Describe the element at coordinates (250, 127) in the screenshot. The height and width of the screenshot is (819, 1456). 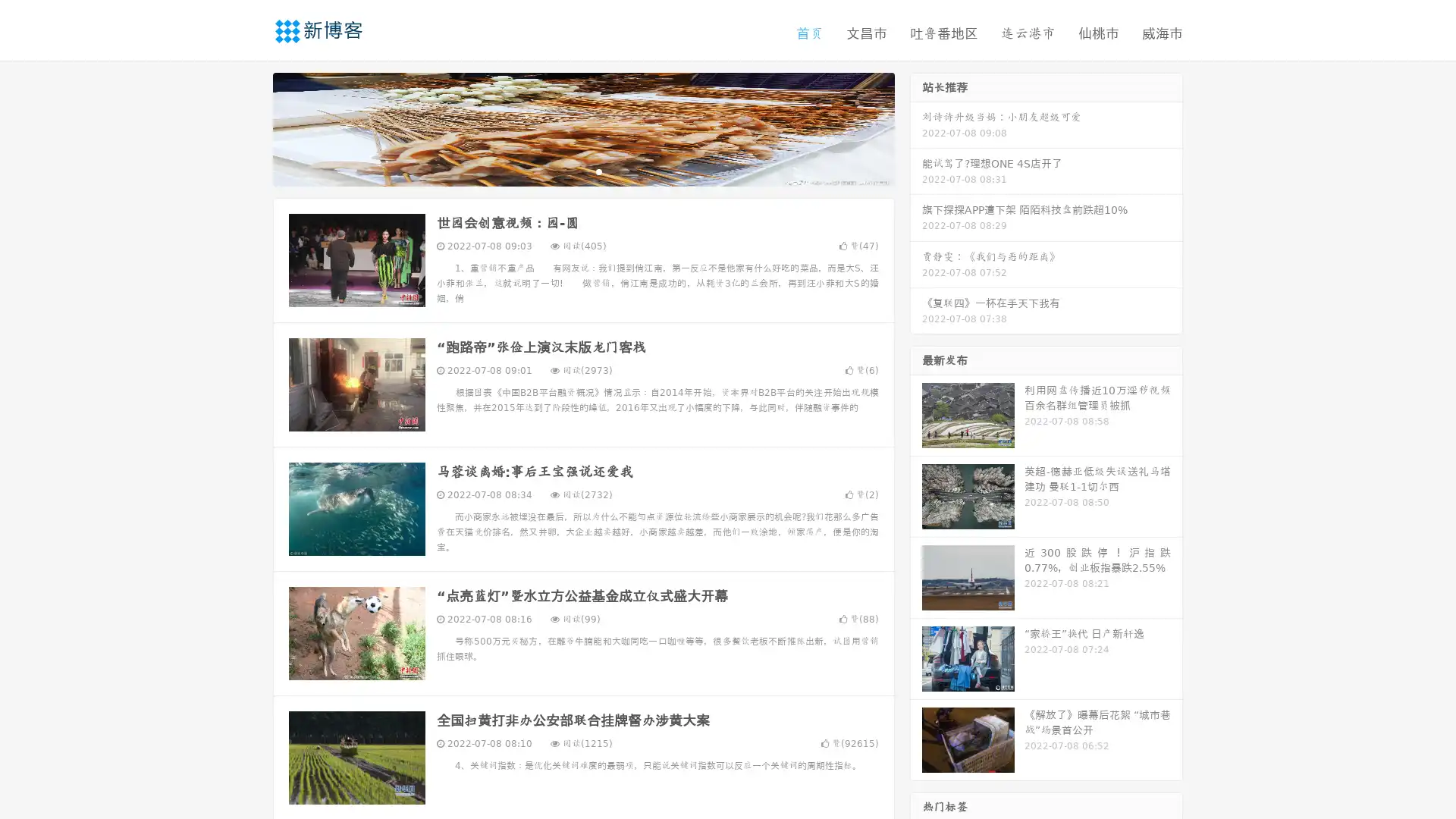
I see `Previous slide` at that location.